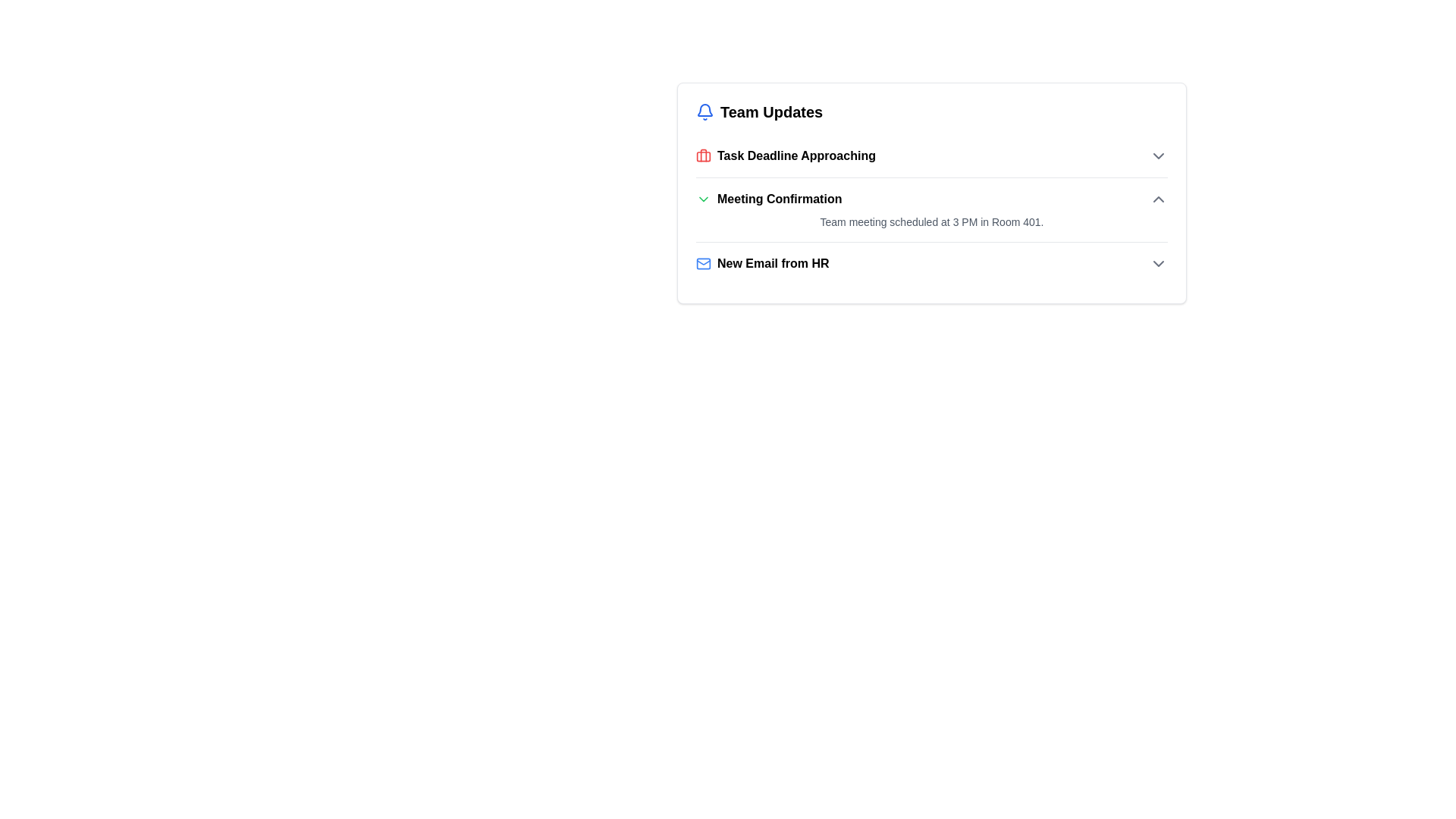 The image size is (1456, 819). I want to click on the notification bell icon, which is styled in blue and positioned to the left of the 'Team Updates' text, so click(704, 111).